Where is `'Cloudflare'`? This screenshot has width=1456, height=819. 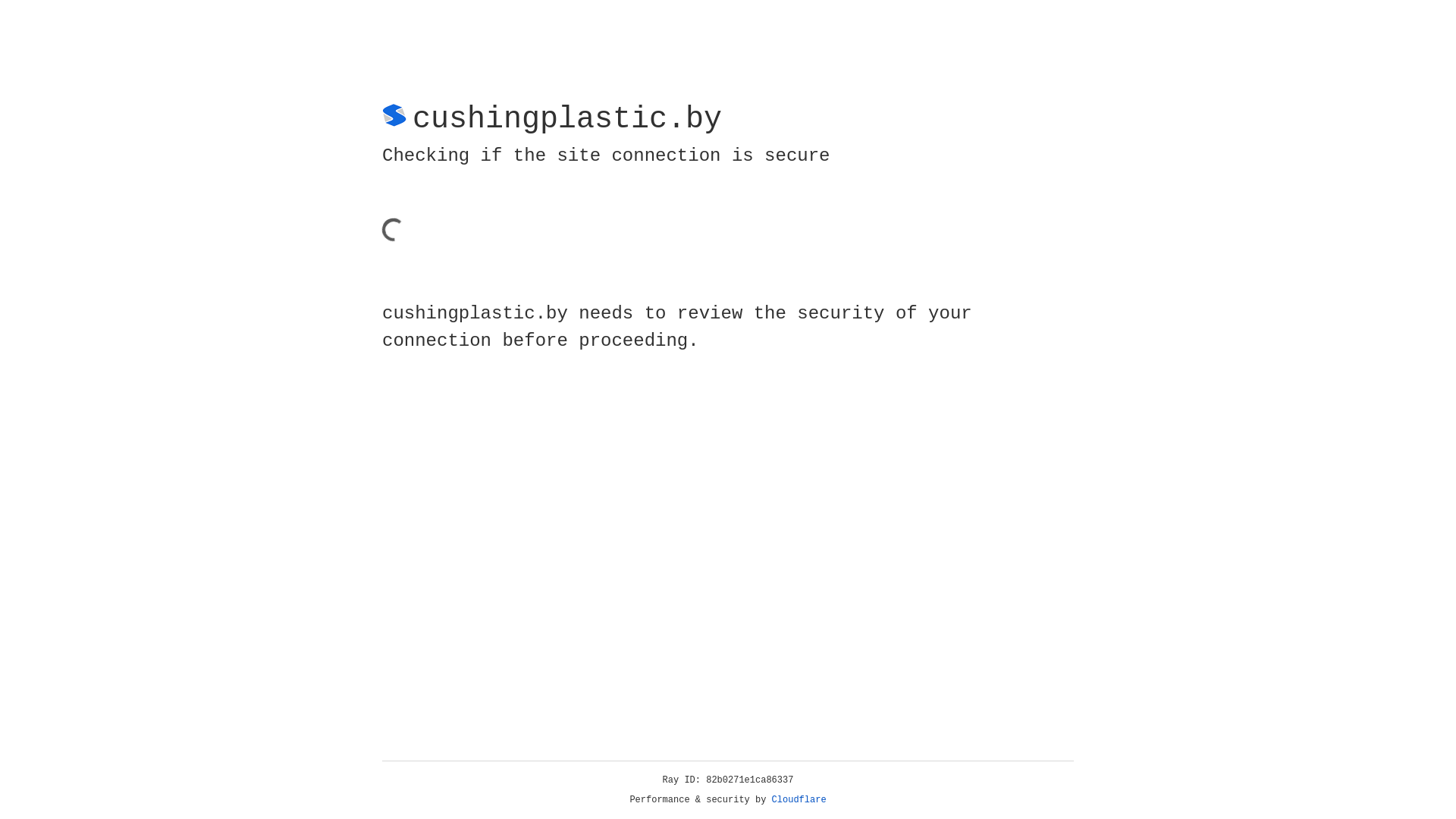 'Cloudflare' is located at coordinates (771, 799).